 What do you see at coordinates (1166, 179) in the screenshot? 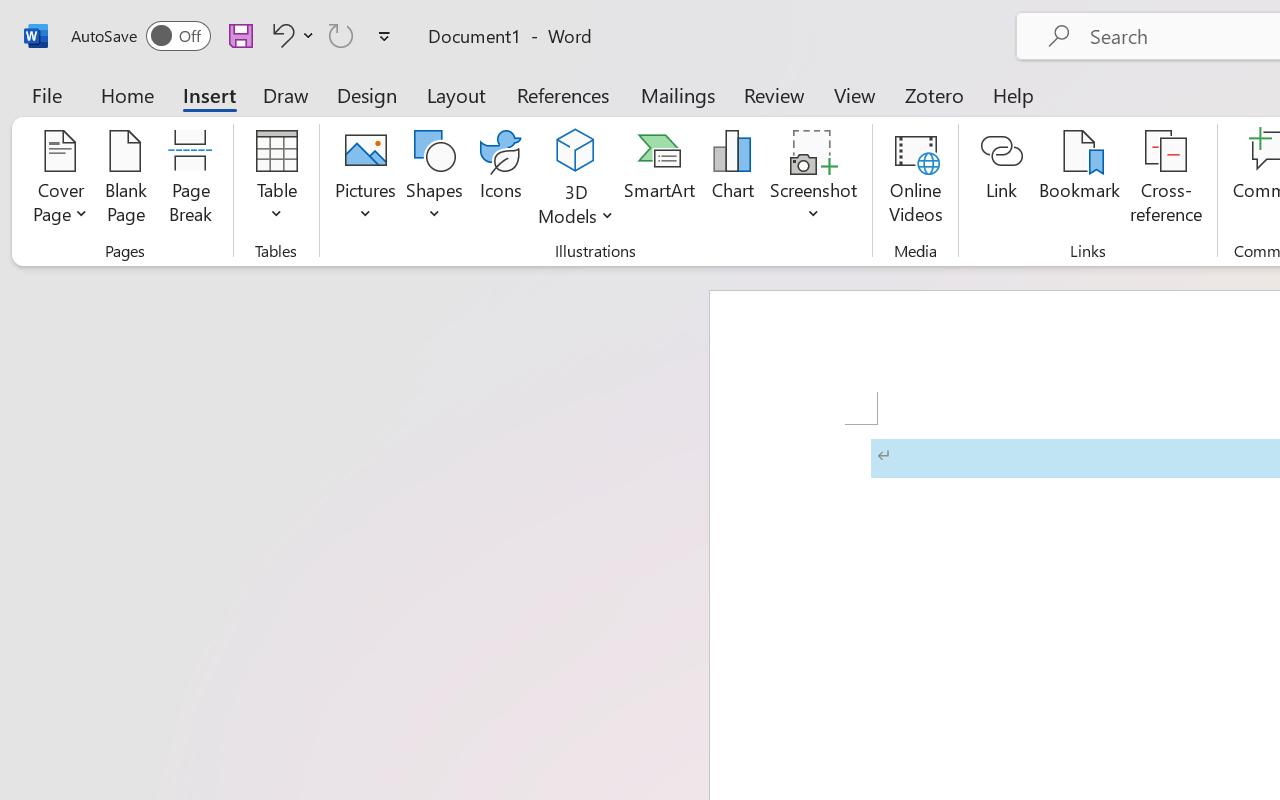
I see `'Cross-reference...'` at bounding box center [1166, 179].